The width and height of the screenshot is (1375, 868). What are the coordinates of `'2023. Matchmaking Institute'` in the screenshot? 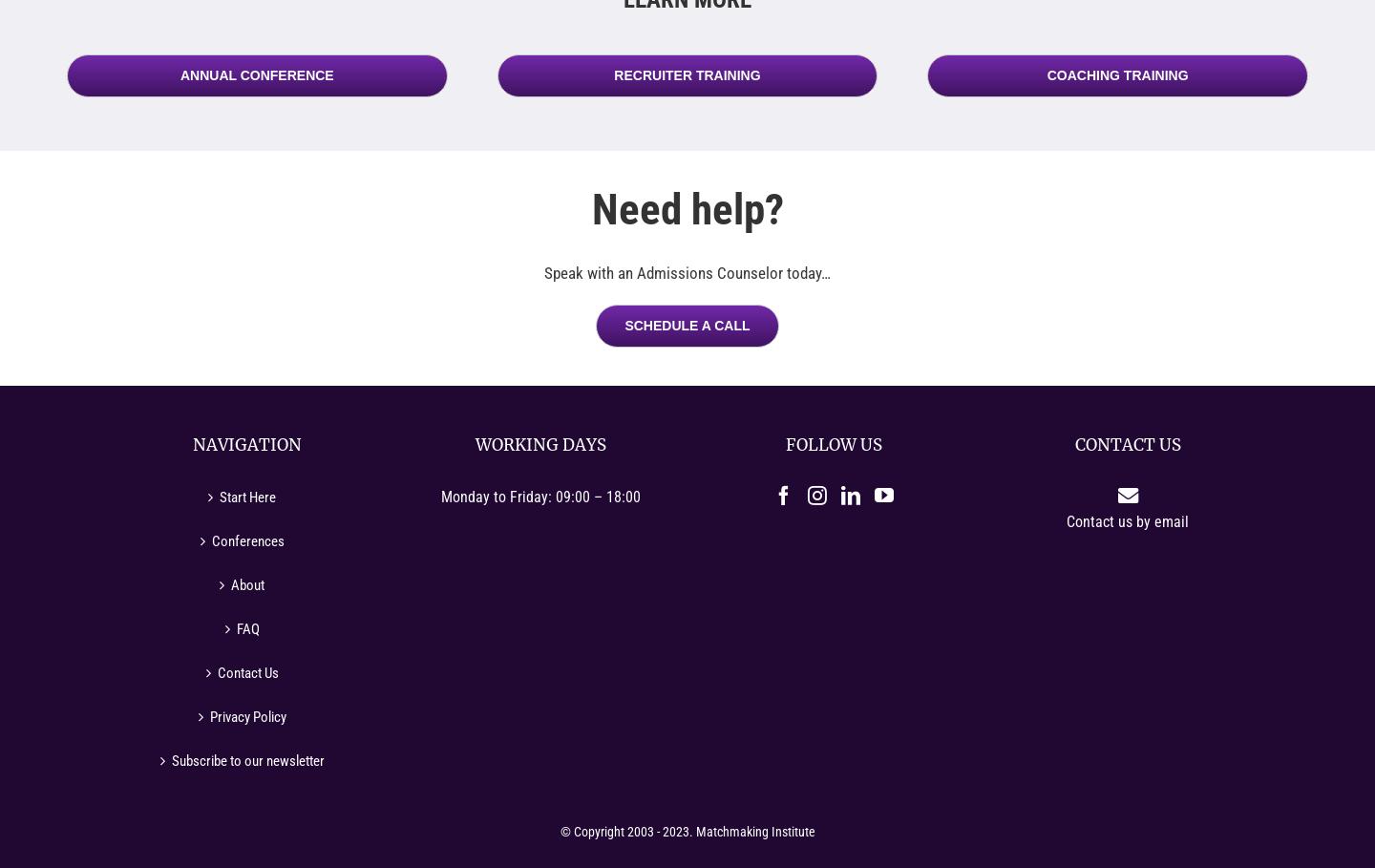 It's located at (662, 830).